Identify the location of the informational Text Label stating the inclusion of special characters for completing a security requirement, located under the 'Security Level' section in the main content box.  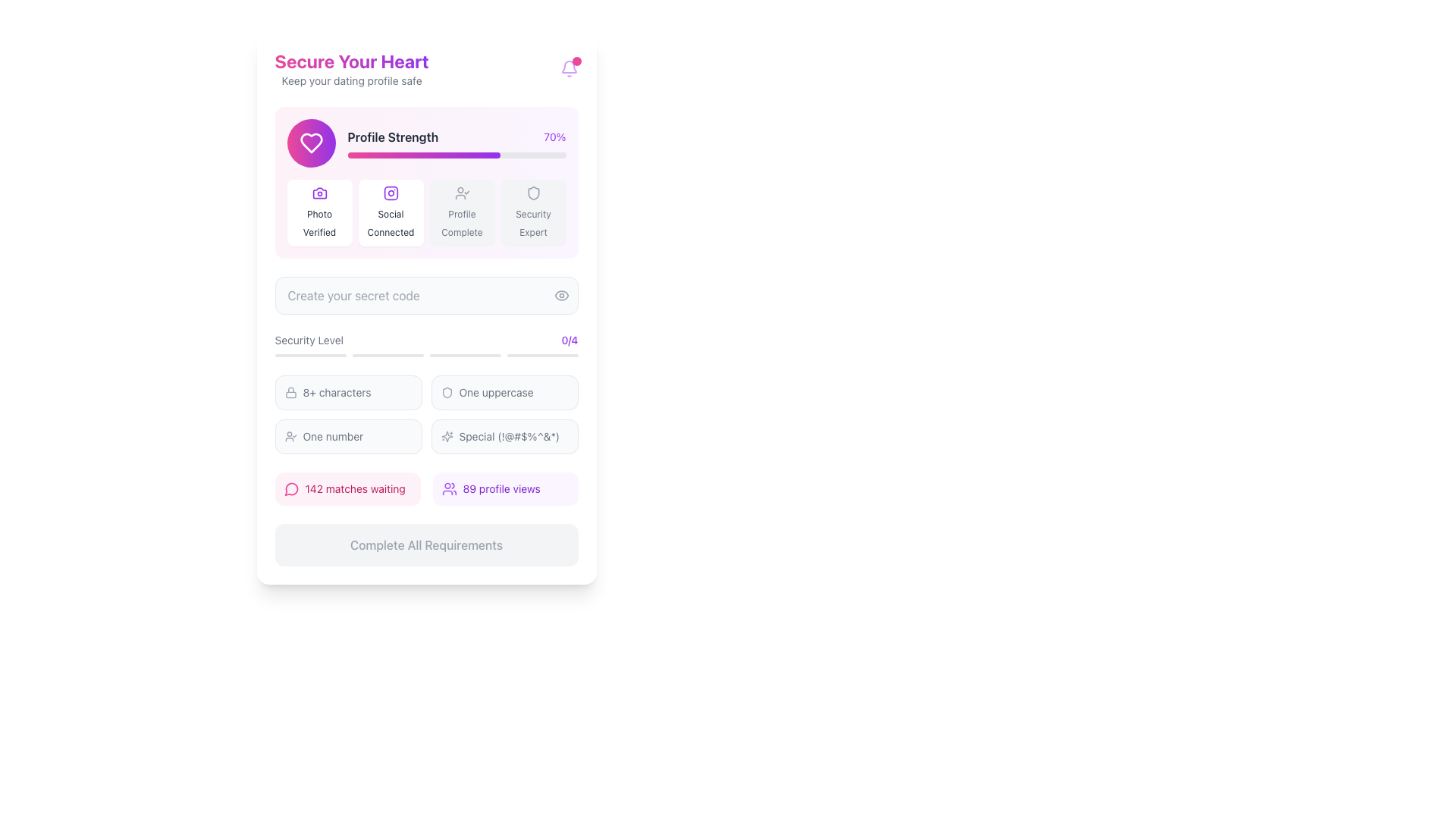
(509, 436).